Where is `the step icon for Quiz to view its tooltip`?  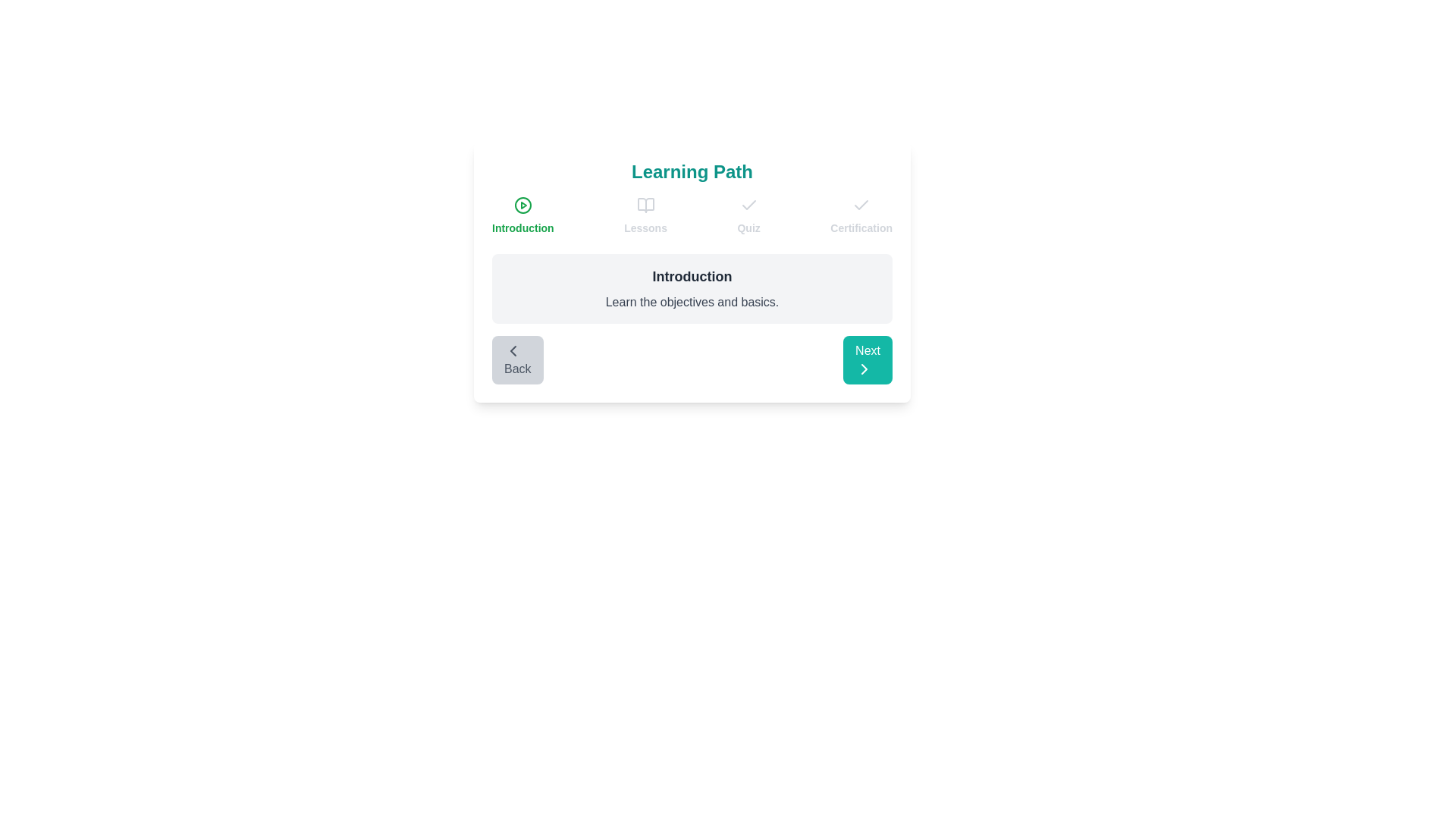
the step icon for Quiz to view its tooltip is located at coordinates (748, 205).